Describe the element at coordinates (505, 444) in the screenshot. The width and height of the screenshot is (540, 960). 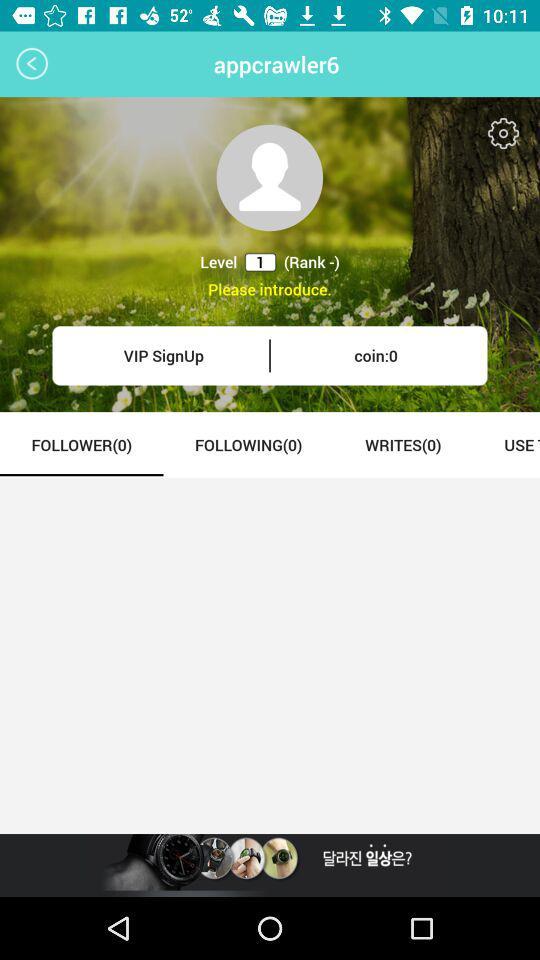
I see `use theme(0) app` at that location.